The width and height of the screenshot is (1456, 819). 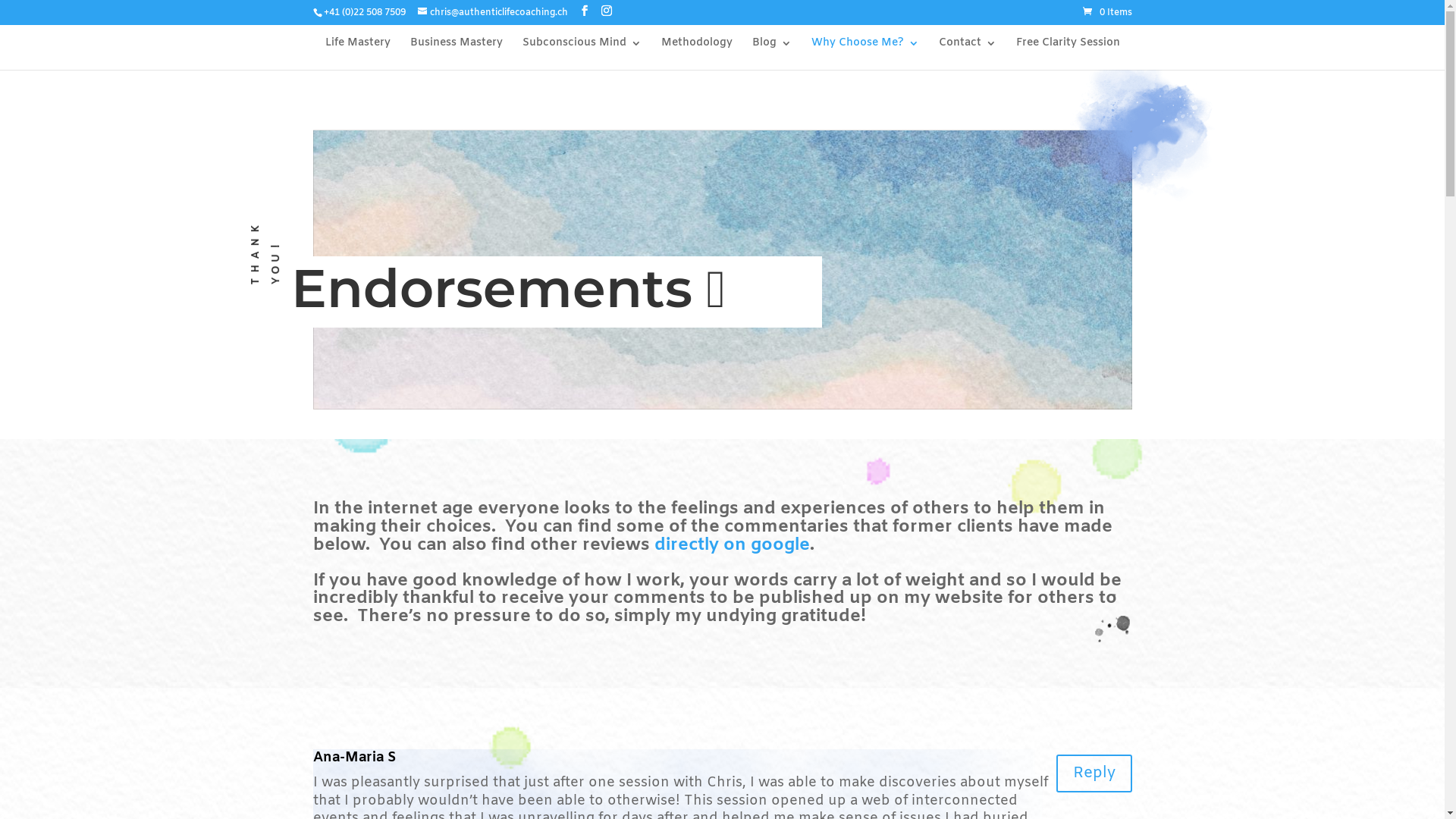 What do you see at coordinates (865, 52) in the screenshot?
I see `'Why Choose Me?'` at bounding box center [865, 52].